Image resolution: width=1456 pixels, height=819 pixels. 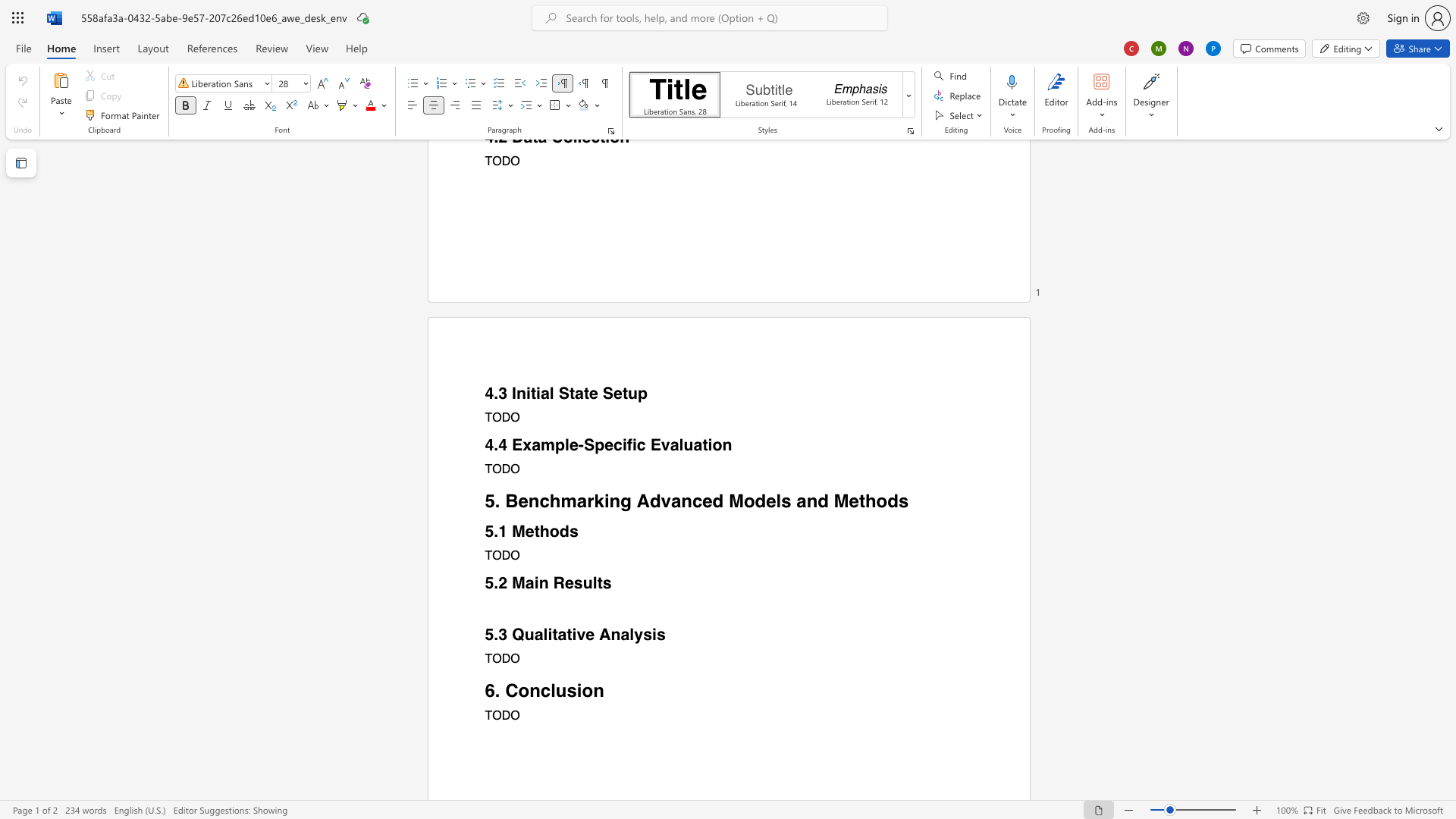 What do you see at coordinates (620, 635) in the screenshot?
I see `the subset text "al" within the text "5.3 Qualitative Analysis"` at bounding box center [620, 635].